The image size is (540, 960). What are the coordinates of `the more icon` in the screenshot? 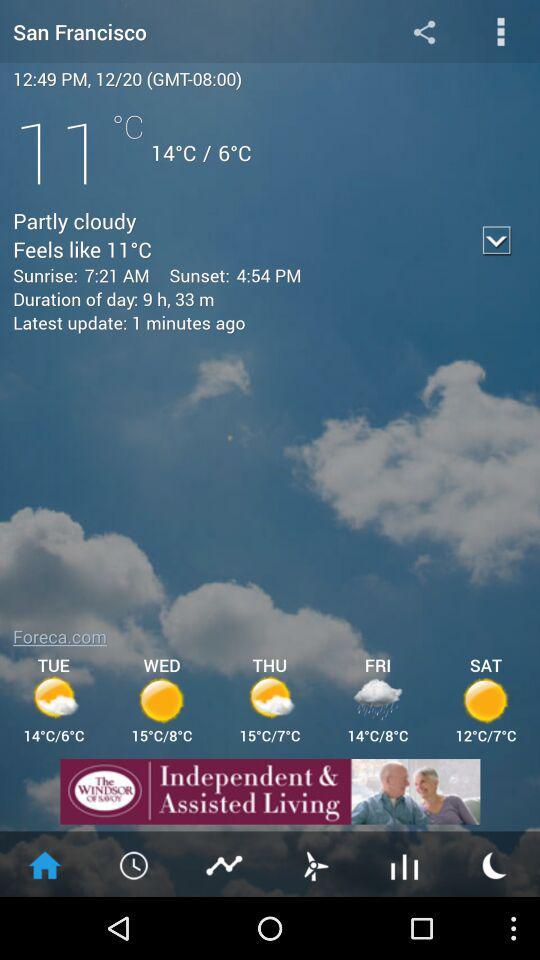 It's located at (500, 33).